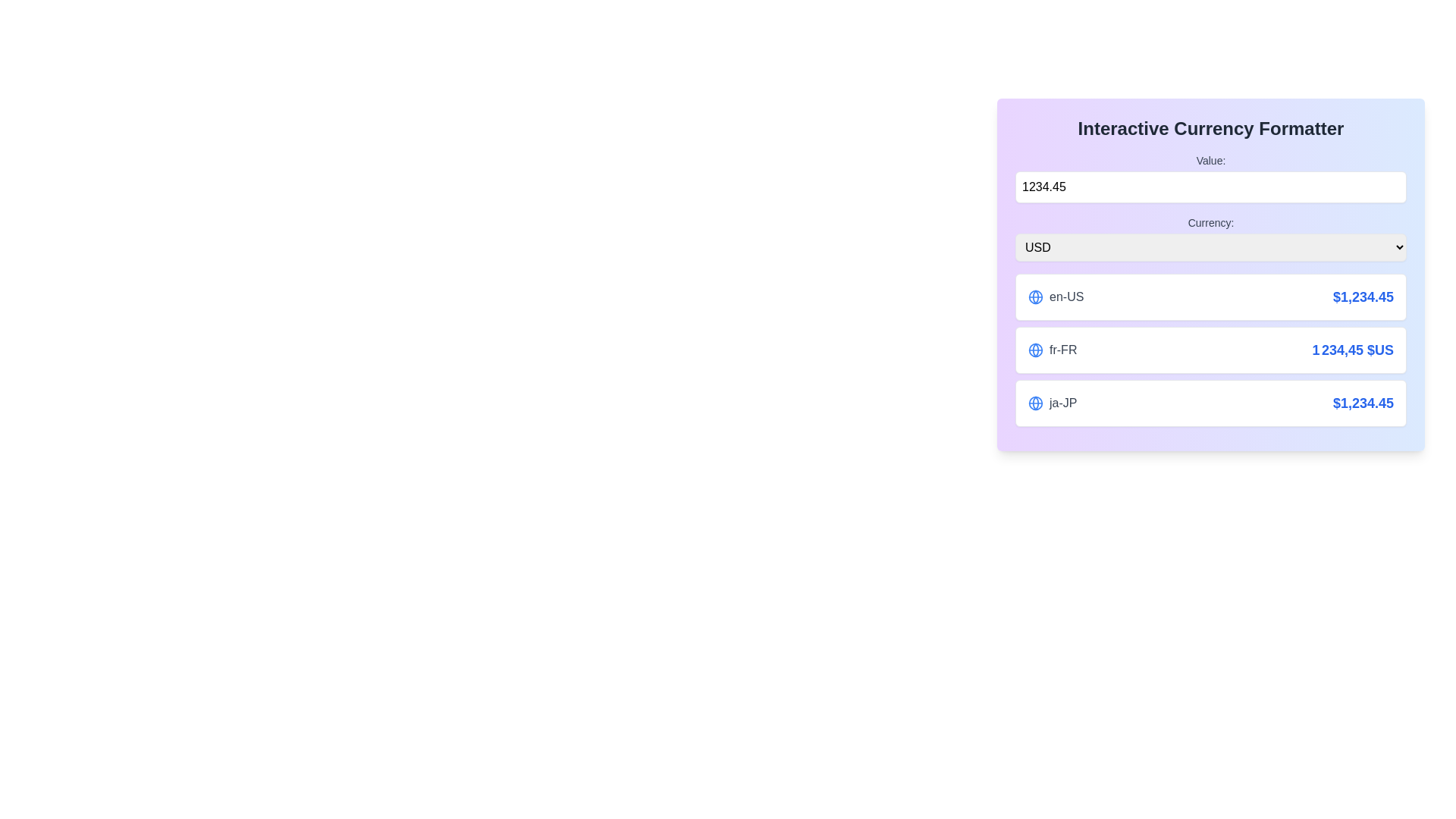 The width and height of the screenshot is (1456, 819). Describe the element at coordinates (1035, 297) in the screenshot. I see `the blue globe icon representing geographic or language options, which is located to the left of the 'en-US' text label in the 'Interactive Currency Formatter' panel` at that location.